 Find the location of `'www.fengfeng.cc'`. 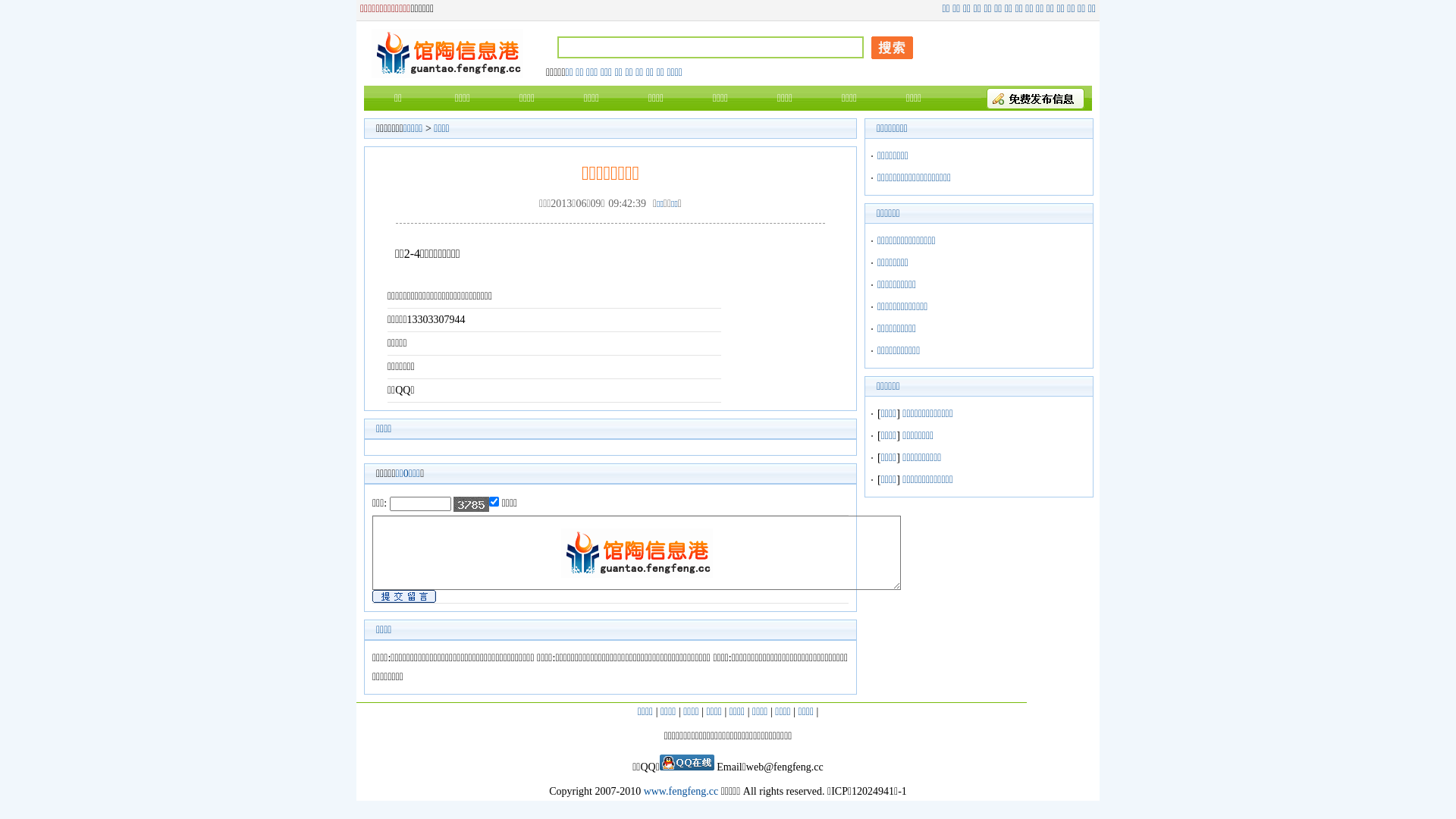

'www.fengfeng.cc' is located at coordinates (644, 790).